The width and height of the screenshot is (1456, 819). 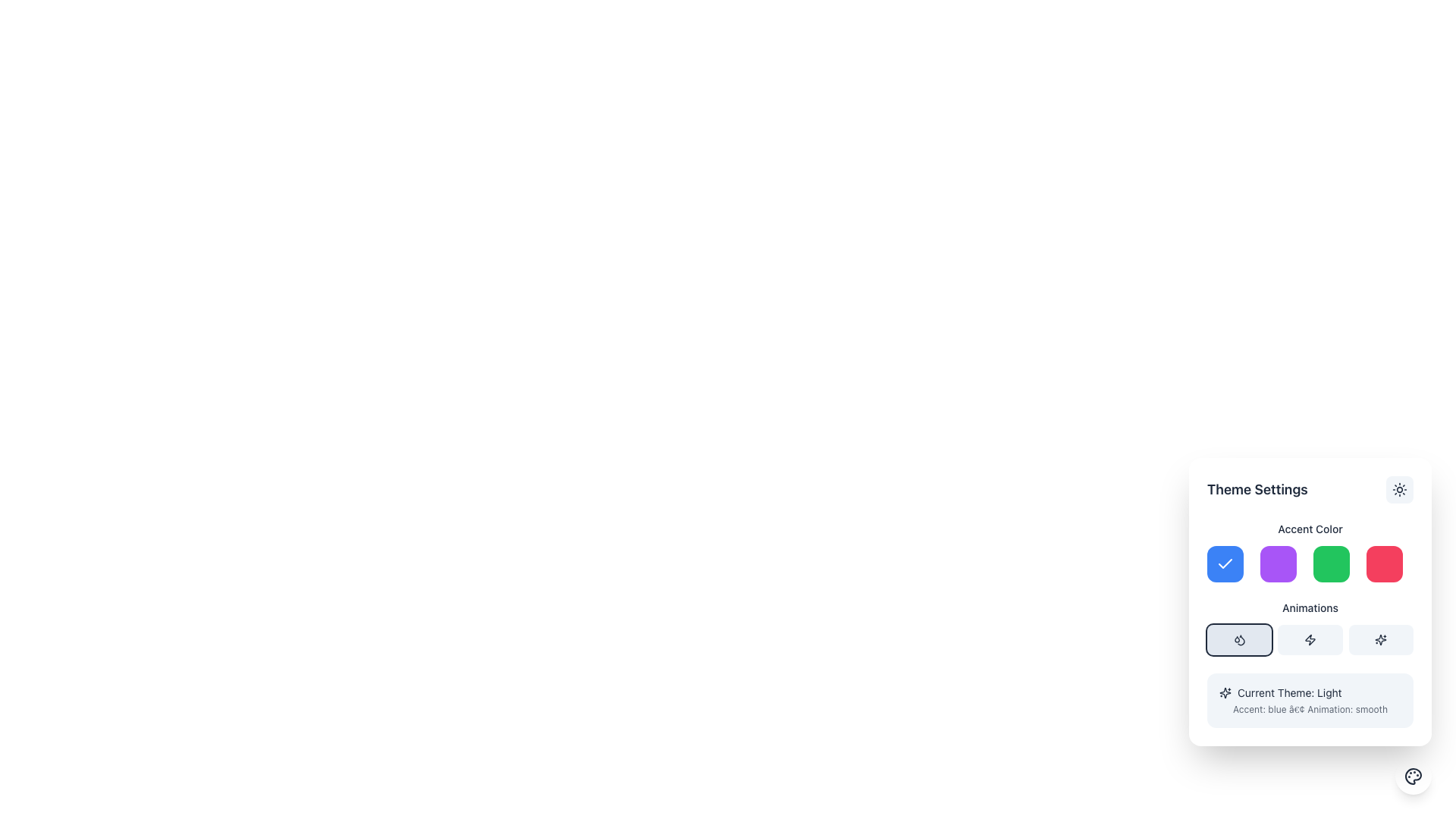 What do you see at coordinates (1310, 640) in the screenshot?
I see `the toggle button for selecting the animation style, which features a lightning bolt icon and is located in the rightmost column of the 'Animations' section in the Theme Settings modal` at bounding box center [1310, 640].